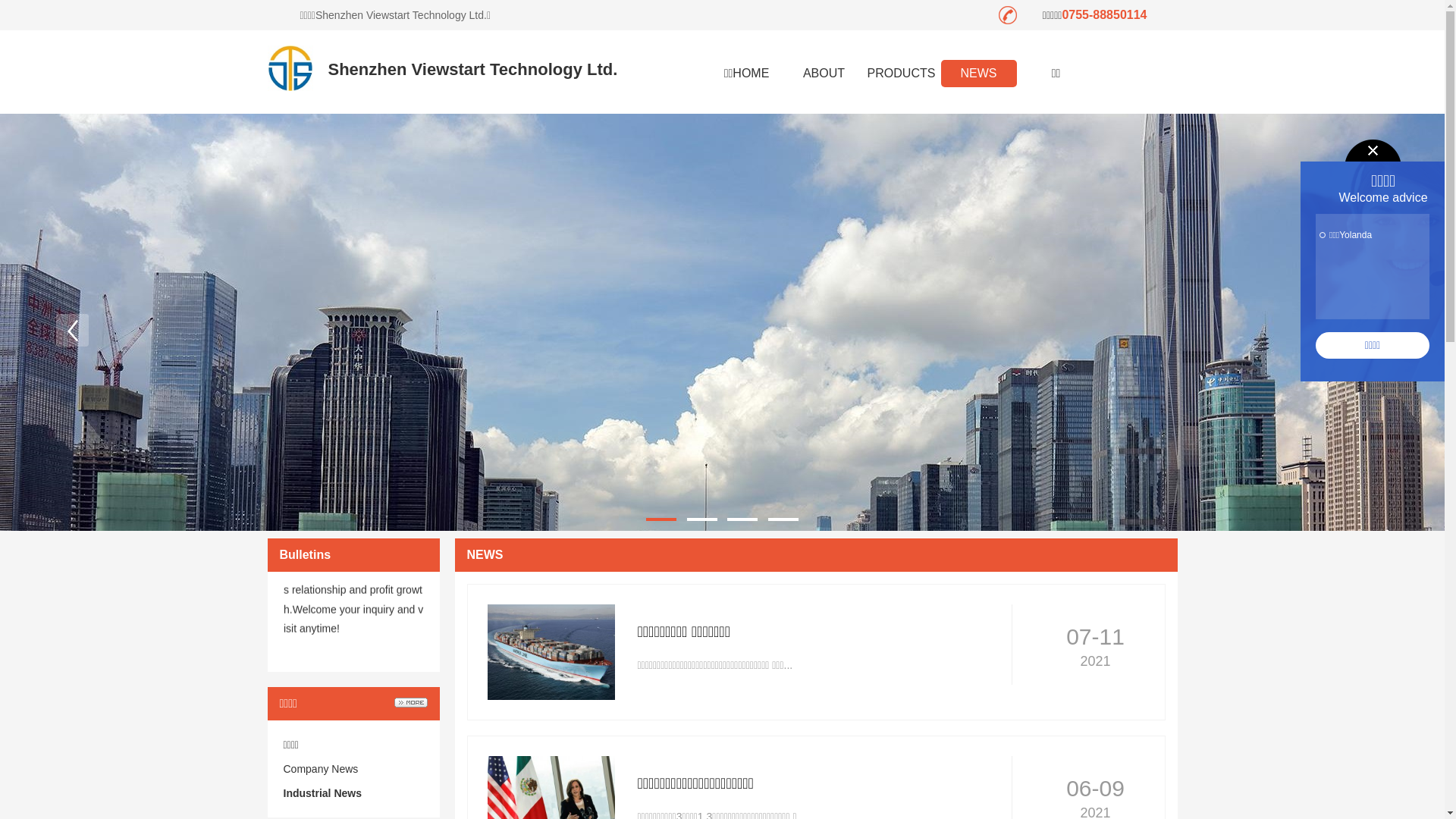  Describe the element at coordinates (472, 69) in the screenshot. I see `'Shenzhen Viewstart Technology Ltd.'` at that location.